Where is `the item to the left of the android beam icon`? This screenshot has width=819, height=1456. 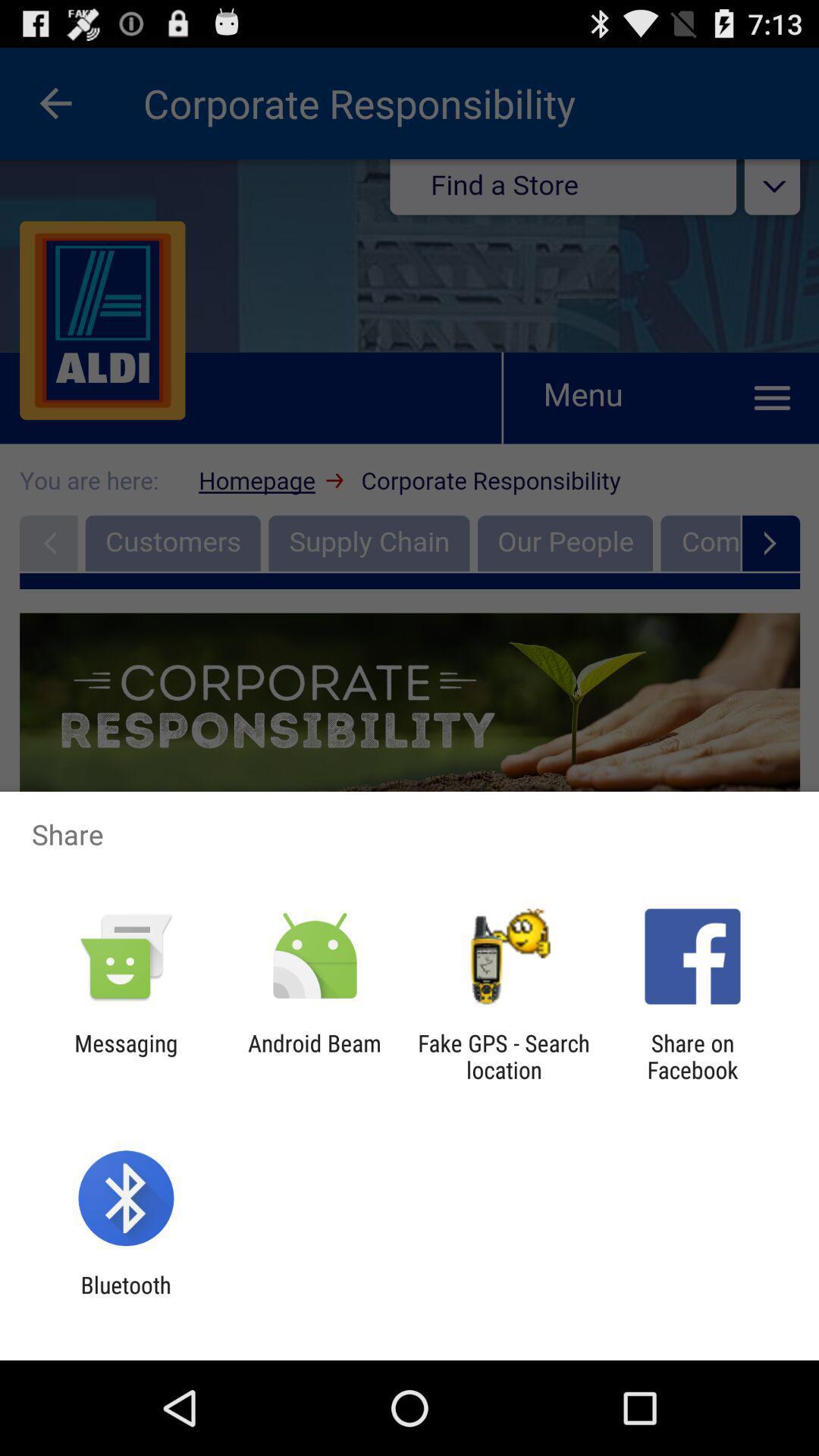
the item to the left of the android beam icon is located at coordinates (125, 1056).